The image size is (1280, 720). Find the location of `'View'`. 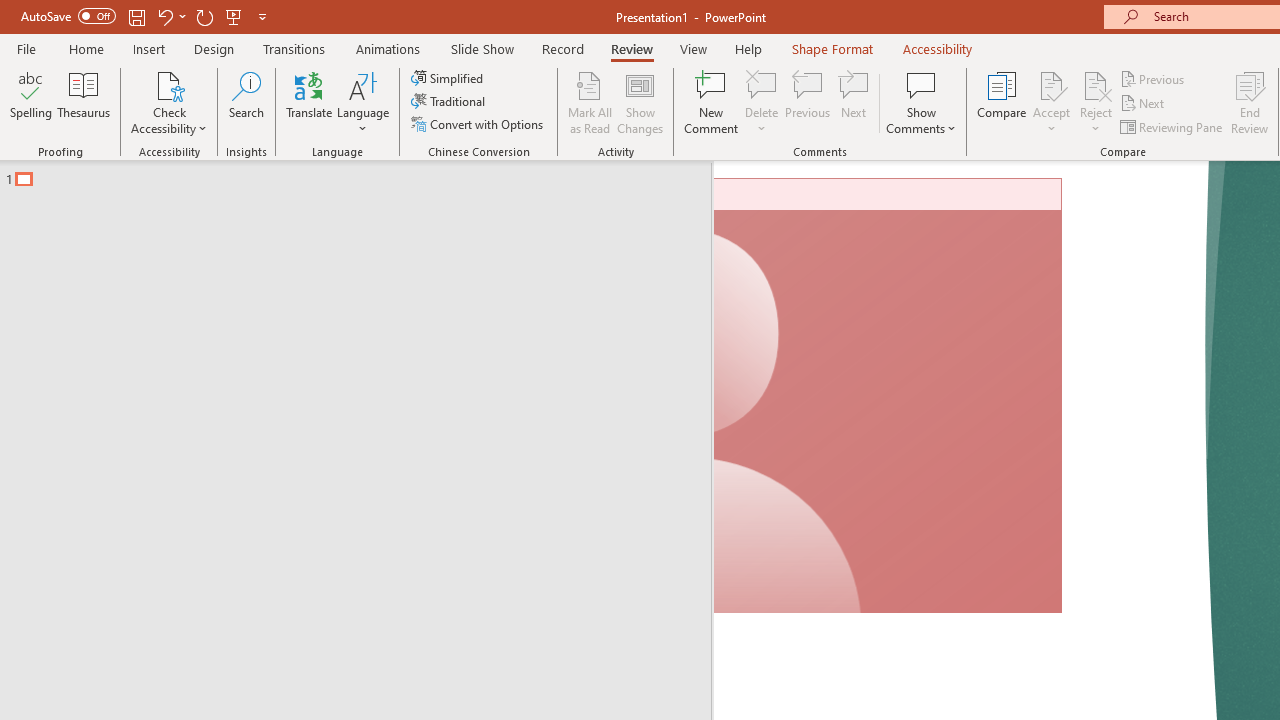

'View' is located at coordinates (693, 48).